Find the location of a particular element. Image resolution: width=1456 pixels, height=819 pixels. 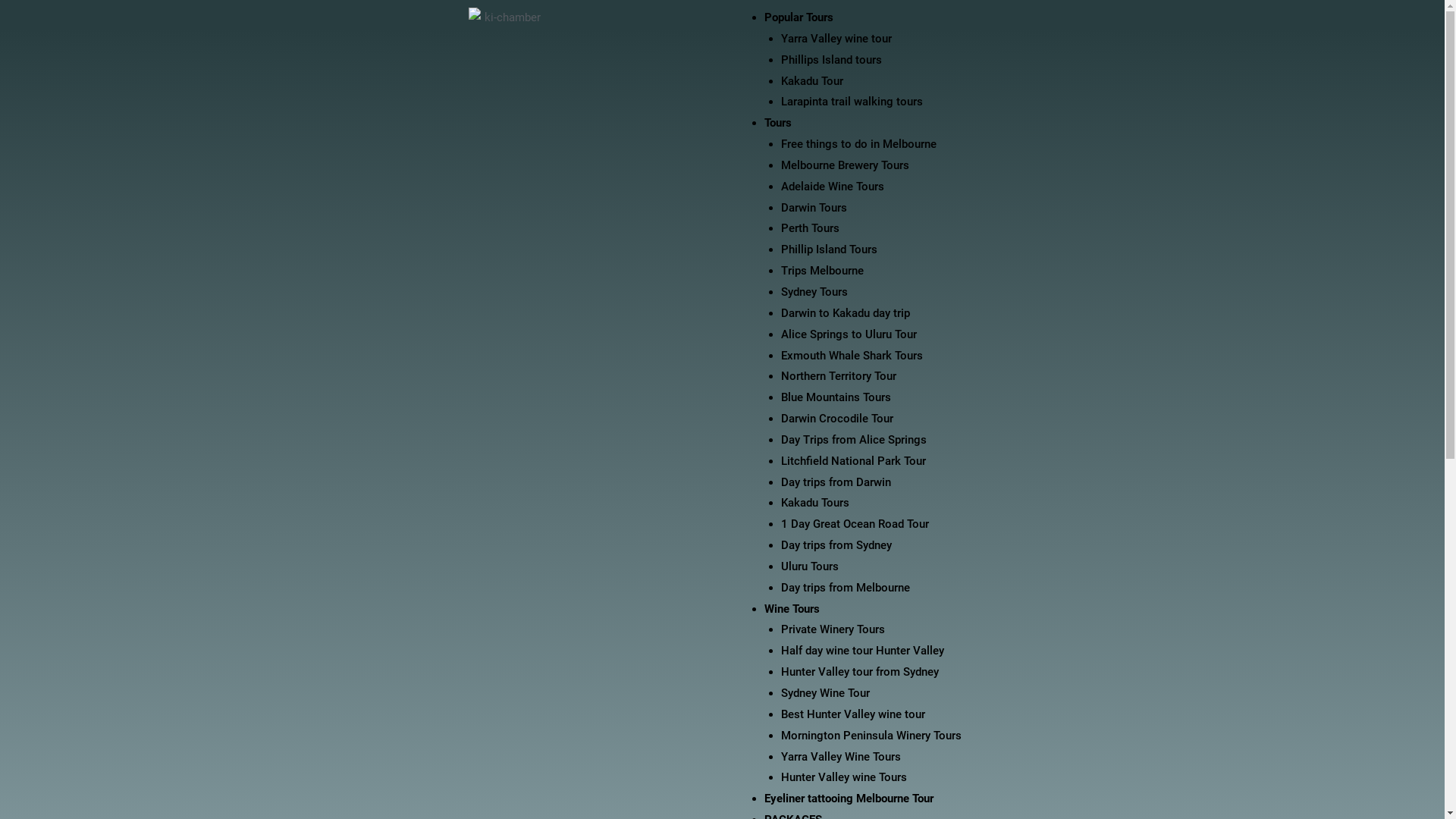

'Day trips from Sydney' is located at coordinates (836, 544).